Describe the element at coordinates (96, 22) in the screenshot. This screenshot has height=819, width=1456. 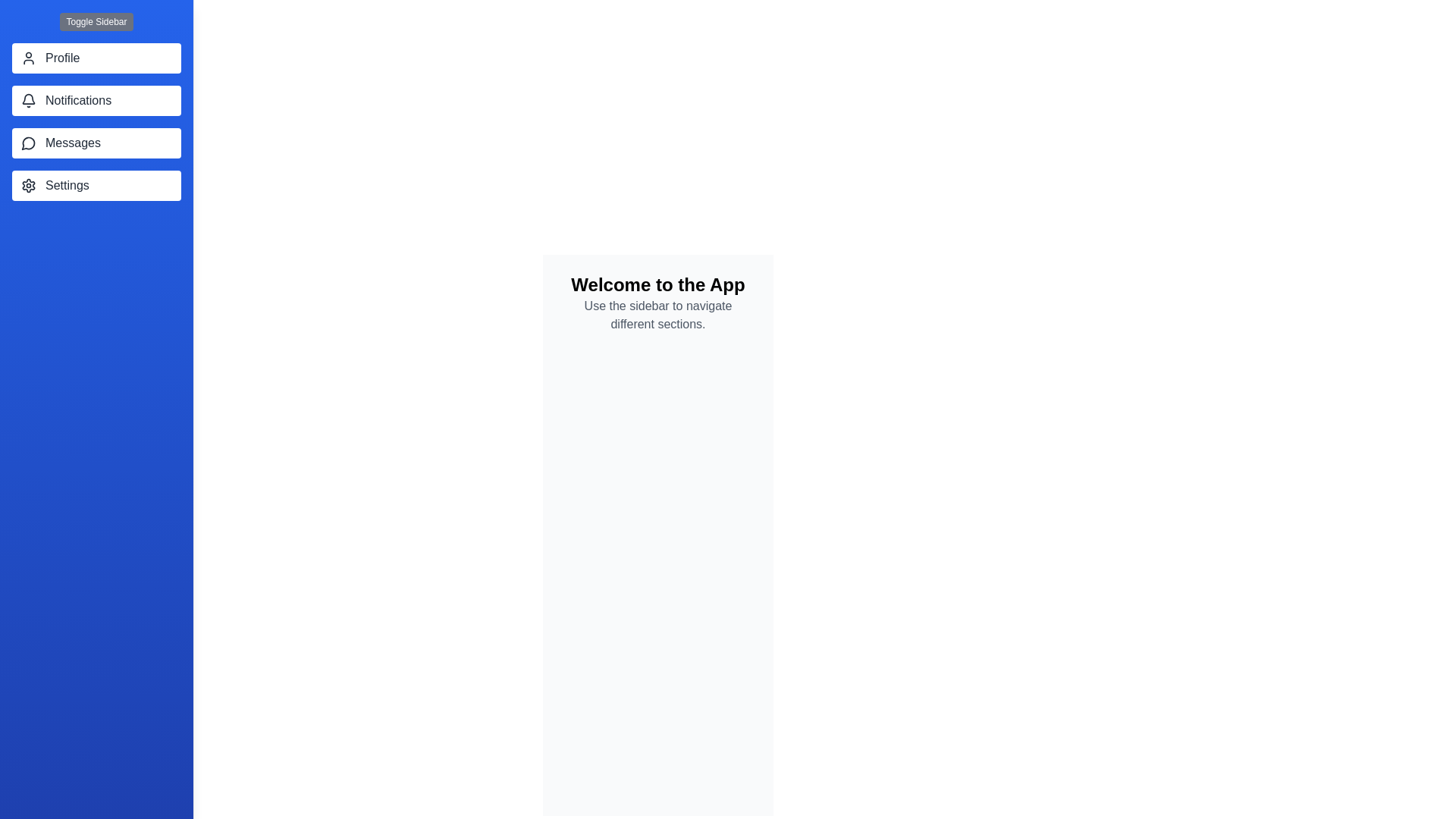
I see `the 'Toggle Sidebar' button to toggle the sidebar visibility` at that location.